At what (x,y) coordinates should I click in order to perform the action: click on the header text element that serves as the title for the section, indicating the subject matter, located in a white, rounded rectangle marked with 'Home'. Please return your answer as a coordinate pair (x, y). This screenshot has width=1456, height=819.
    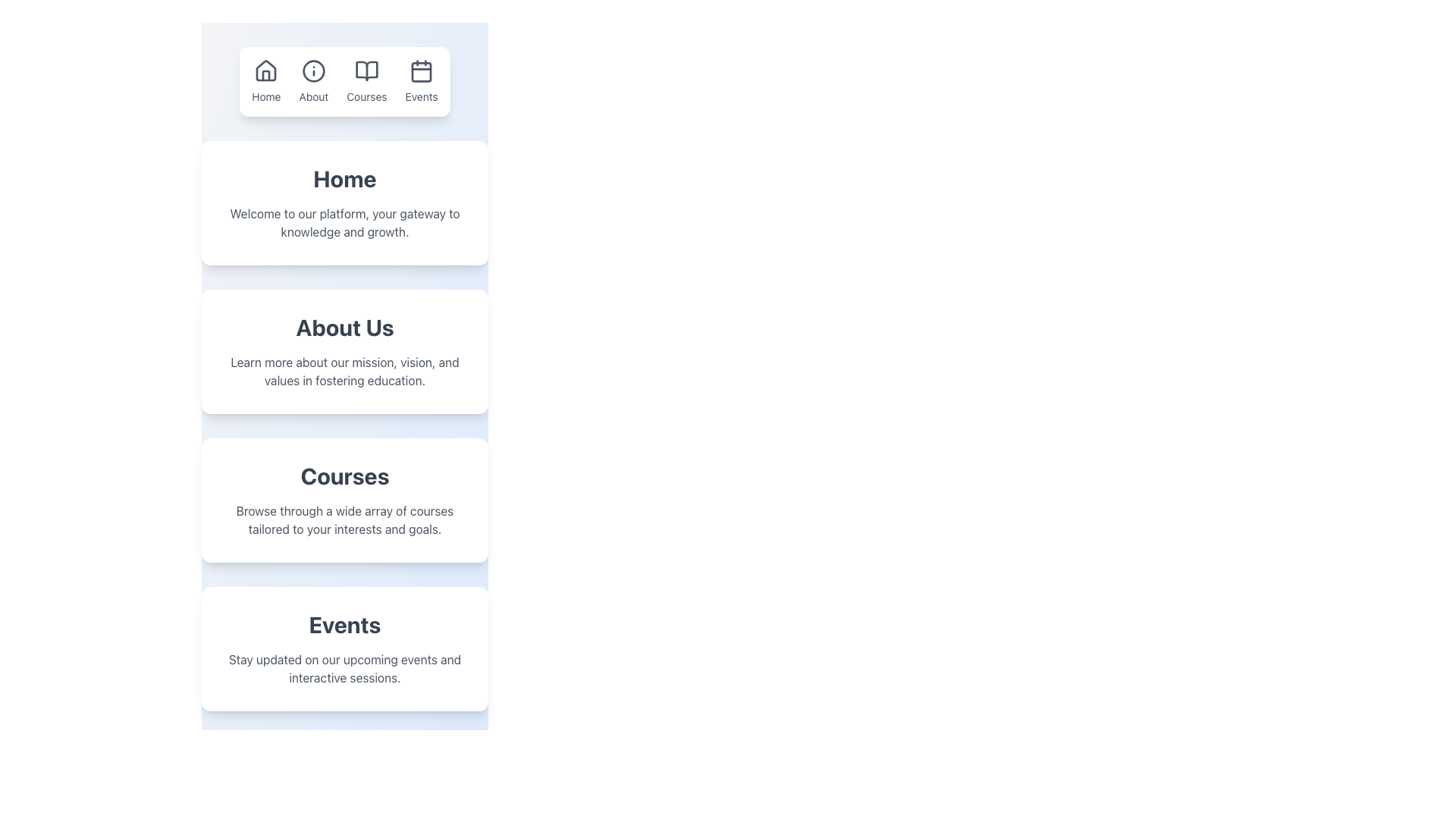
    Looking at the image, I should click on (344, 177).